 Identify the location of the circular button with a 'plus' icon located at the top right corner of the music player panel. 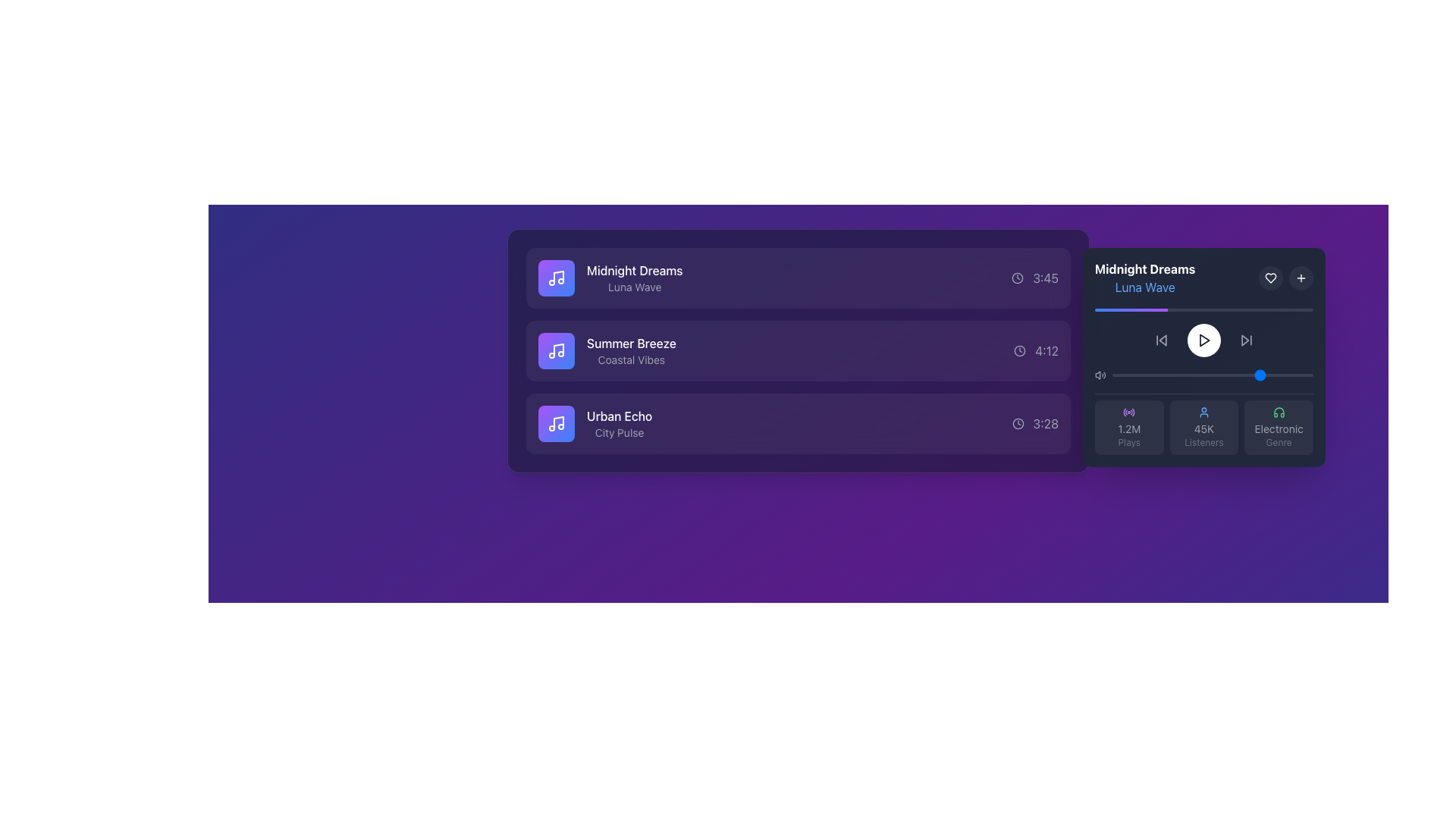
(1301, 278).